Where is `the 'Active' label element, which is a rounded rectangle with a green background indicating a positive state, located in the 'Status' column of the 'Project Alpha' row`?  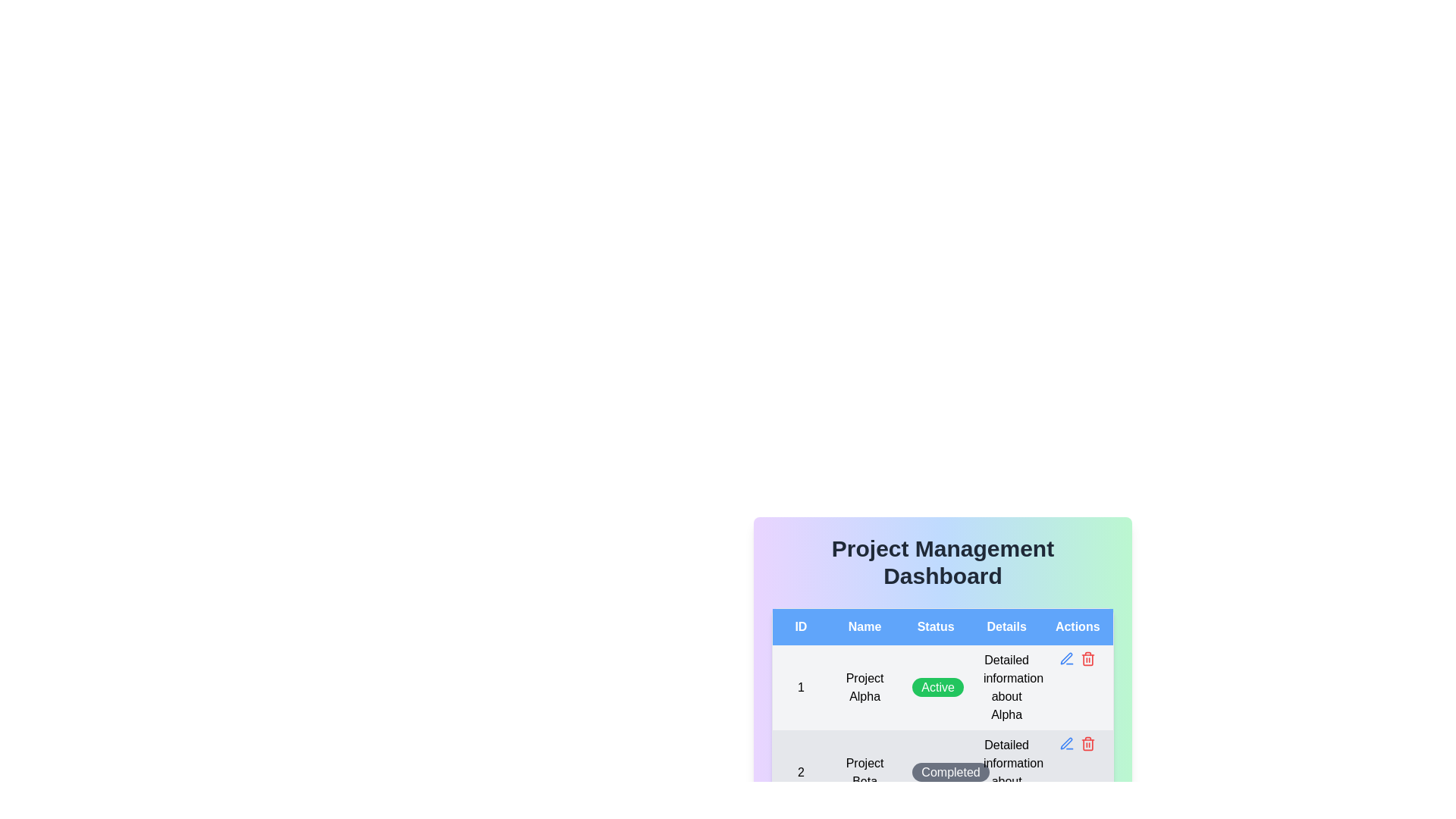 the 'Active' label element, which is a rounded rectangle with a green background indicating a positive state, located in the 'Status' column of the 'Project Alpha' row is located at coordinates (935, 687).